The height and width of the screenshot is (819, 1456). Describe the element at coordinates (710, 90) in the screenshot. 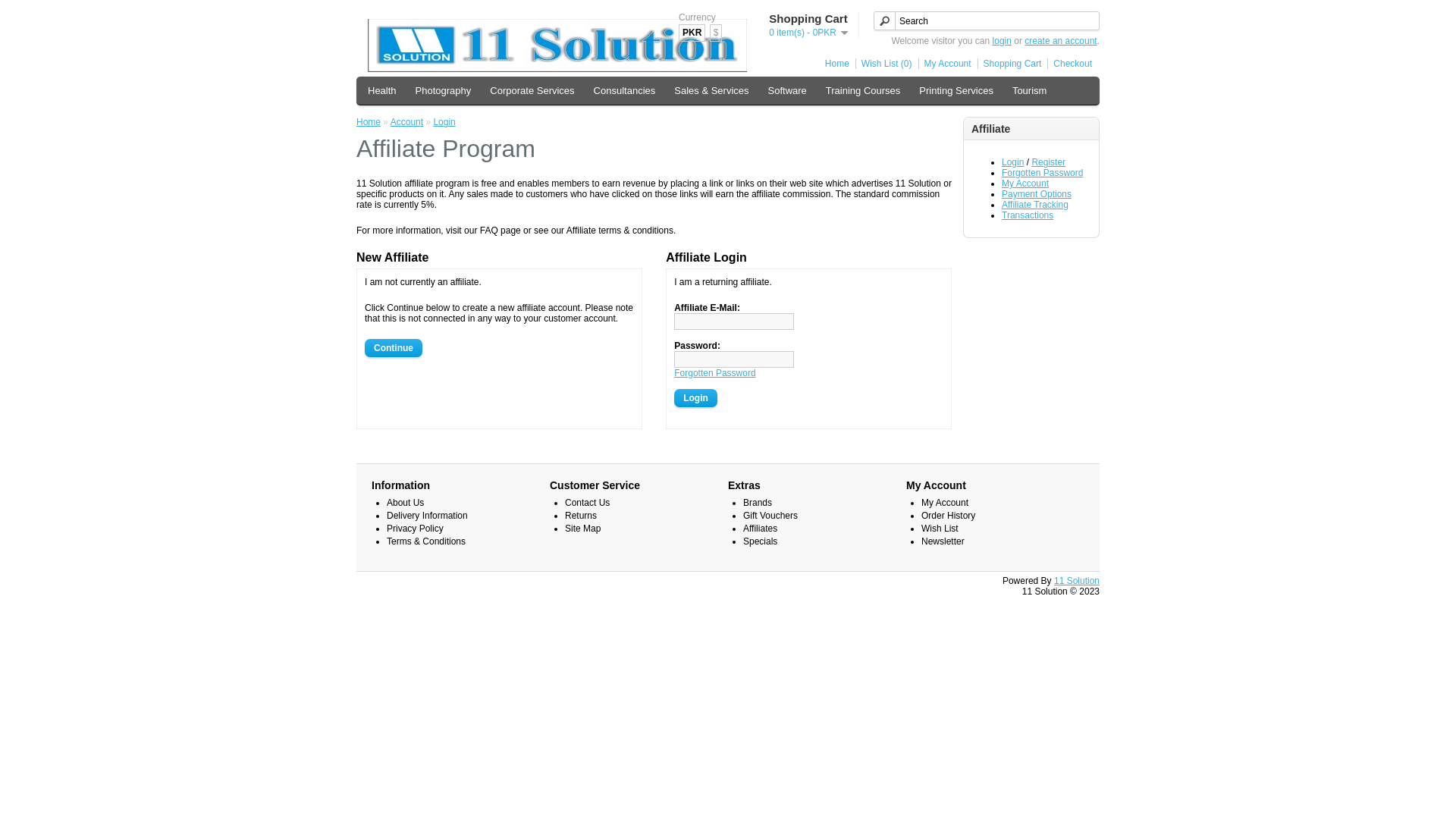

I see `'Sales & Services'` at that location.